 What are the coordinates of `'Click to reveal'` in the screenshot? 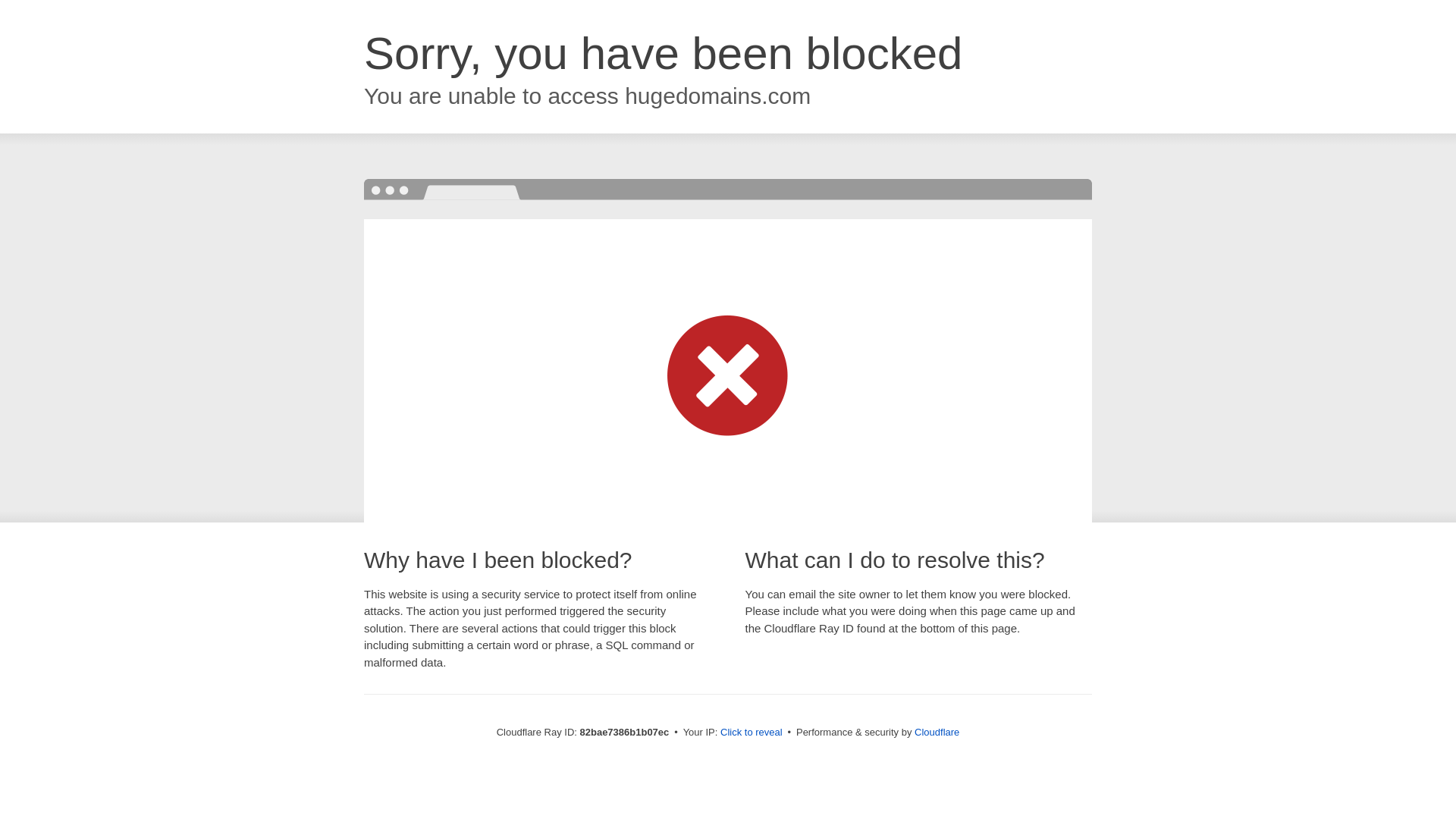 It's located at (751, 731).